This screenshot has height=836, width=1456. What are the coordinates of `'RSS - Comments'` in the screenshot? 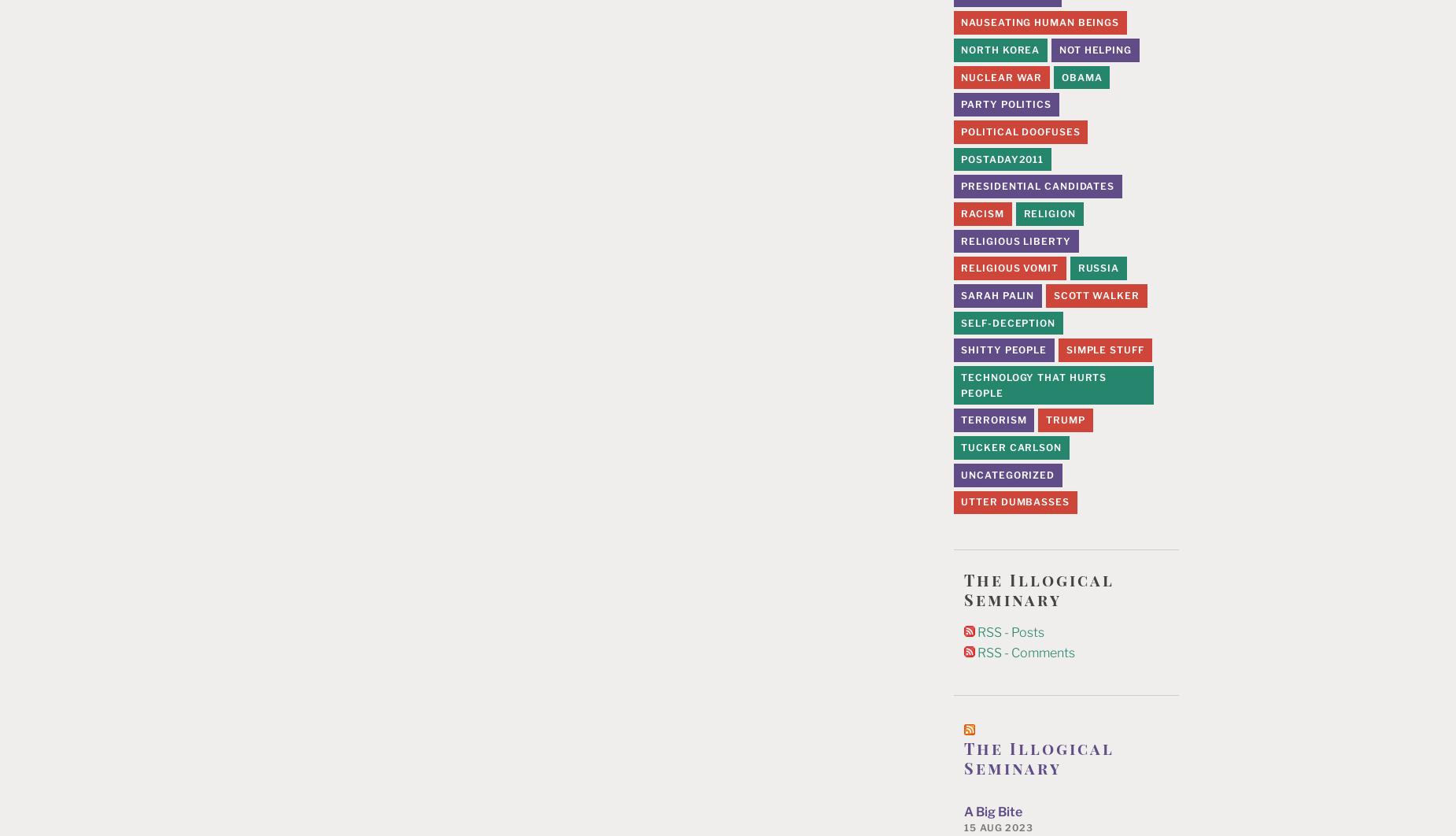 It's located at (1024, 652).